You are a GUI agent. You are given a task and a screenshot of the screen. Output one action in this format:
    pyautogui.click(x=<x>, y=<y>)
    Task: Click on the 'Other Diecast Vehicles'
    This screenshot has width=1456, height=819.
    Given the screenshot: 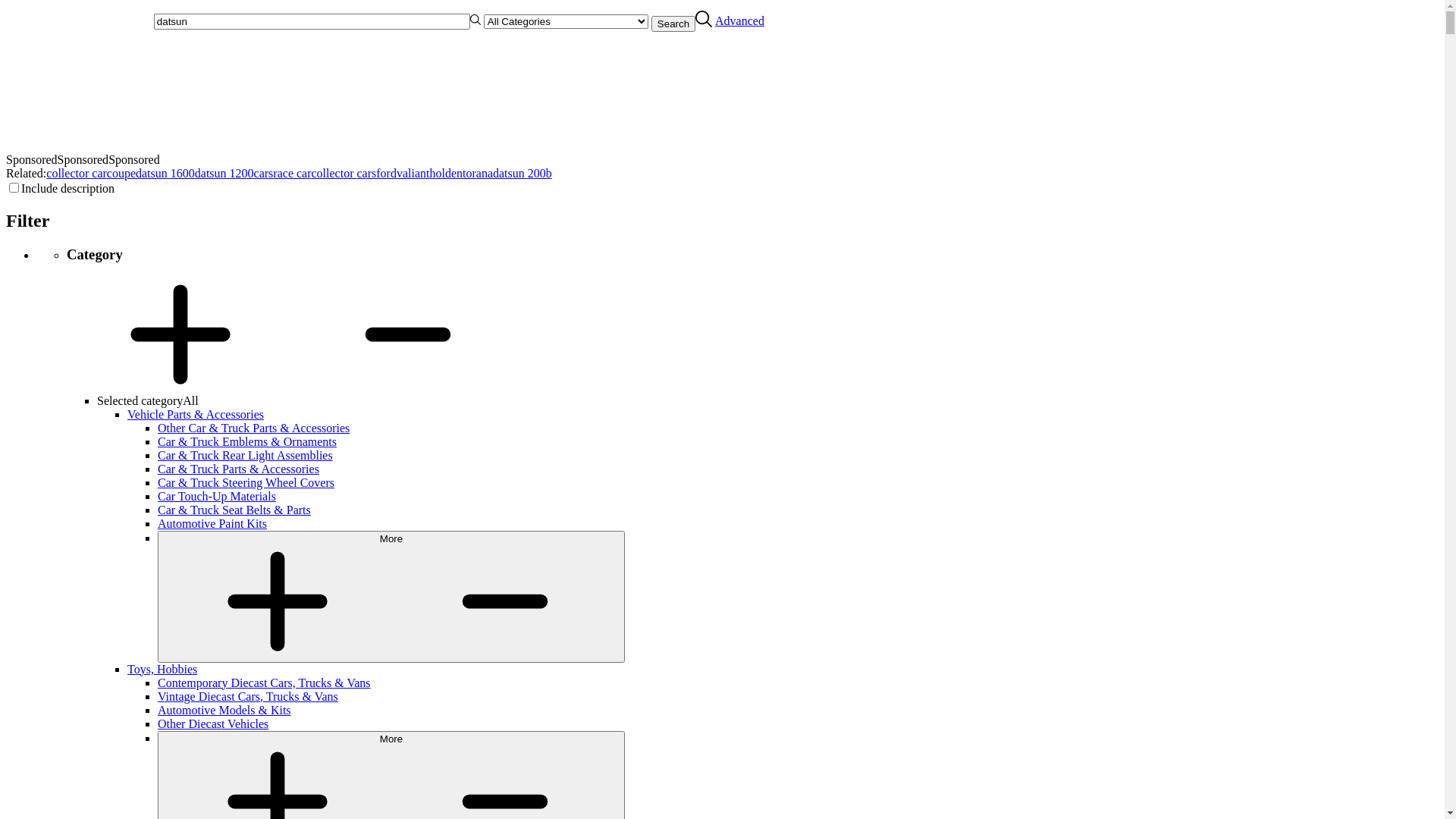 What is the action you would take?
    pyautogui.click(x=212, y=723)
    